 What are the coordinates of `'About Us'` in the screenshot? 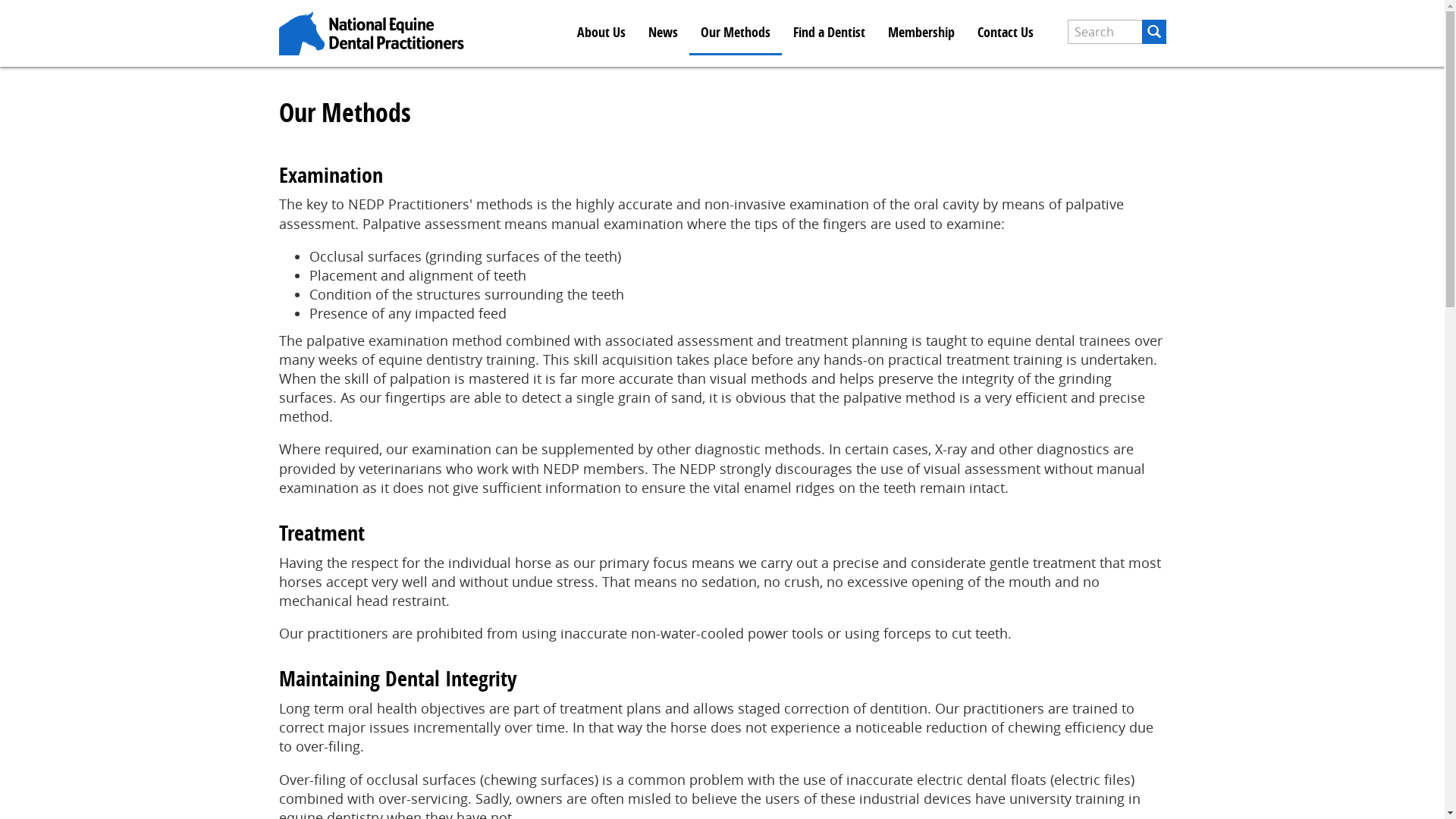 It's located at (600, 33).